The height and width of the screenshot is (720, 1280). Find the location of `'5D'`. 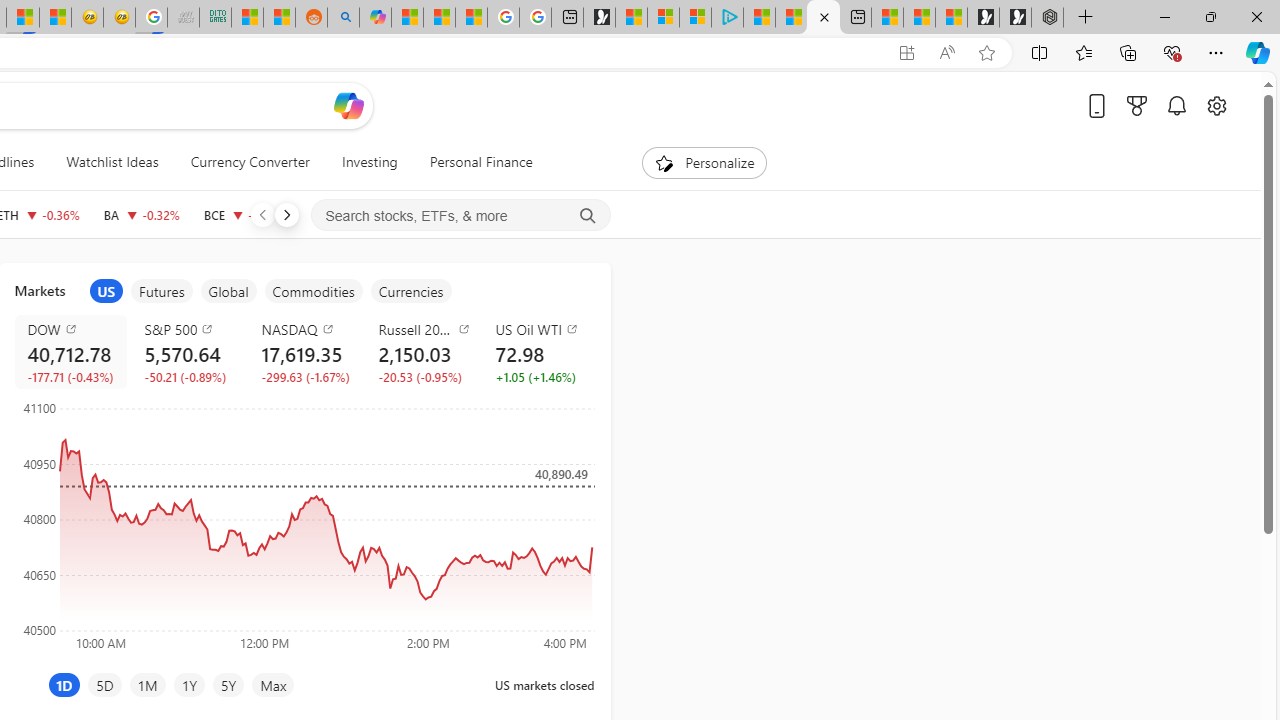

'5D' is located at coordinates (103, 684).